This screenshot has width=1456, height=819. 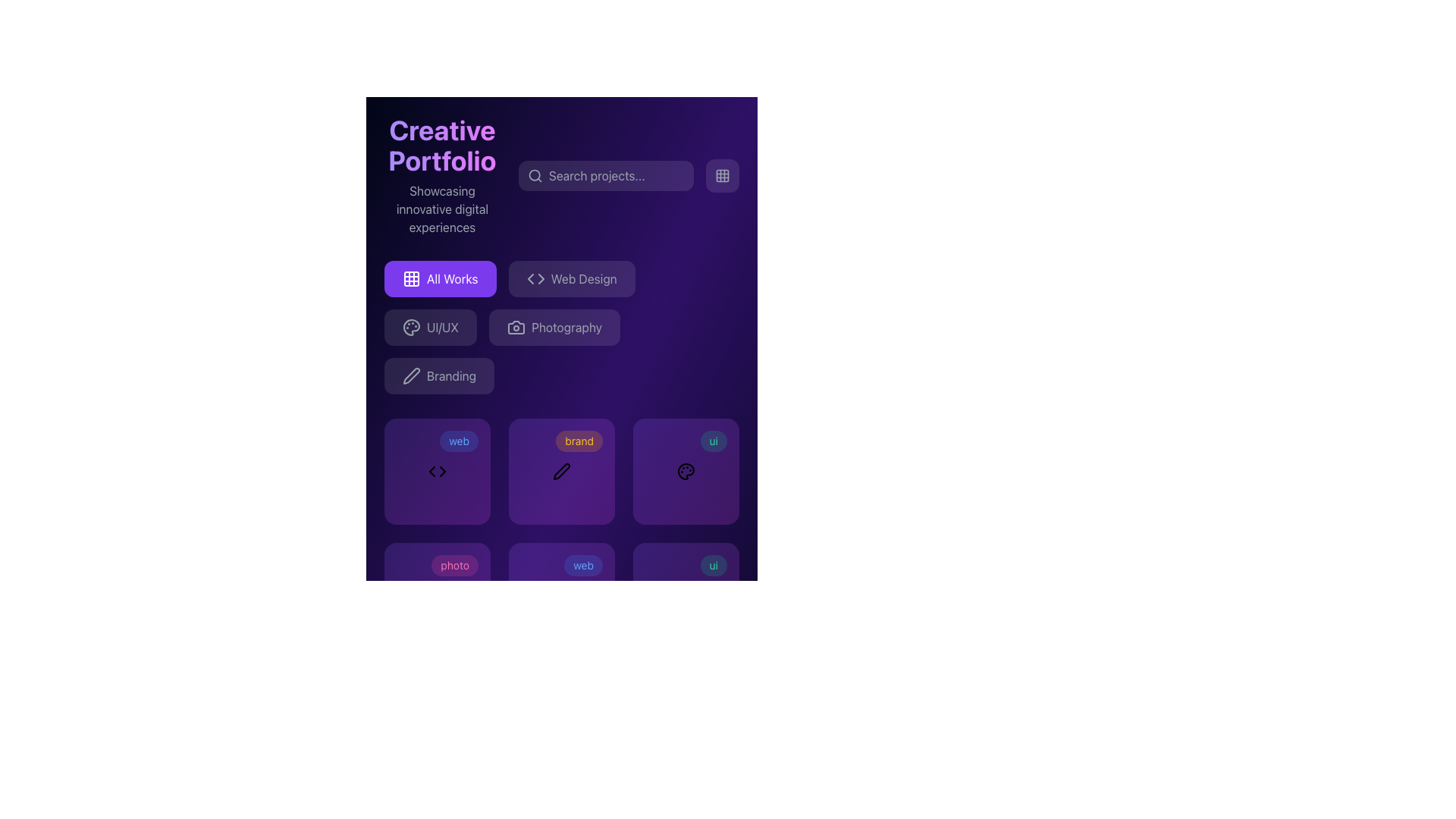 I want to click on the number displayed in the text label showing '187', which is located towards the bottom middle of the interface next to a heart icon, so click(x=554, y=626).